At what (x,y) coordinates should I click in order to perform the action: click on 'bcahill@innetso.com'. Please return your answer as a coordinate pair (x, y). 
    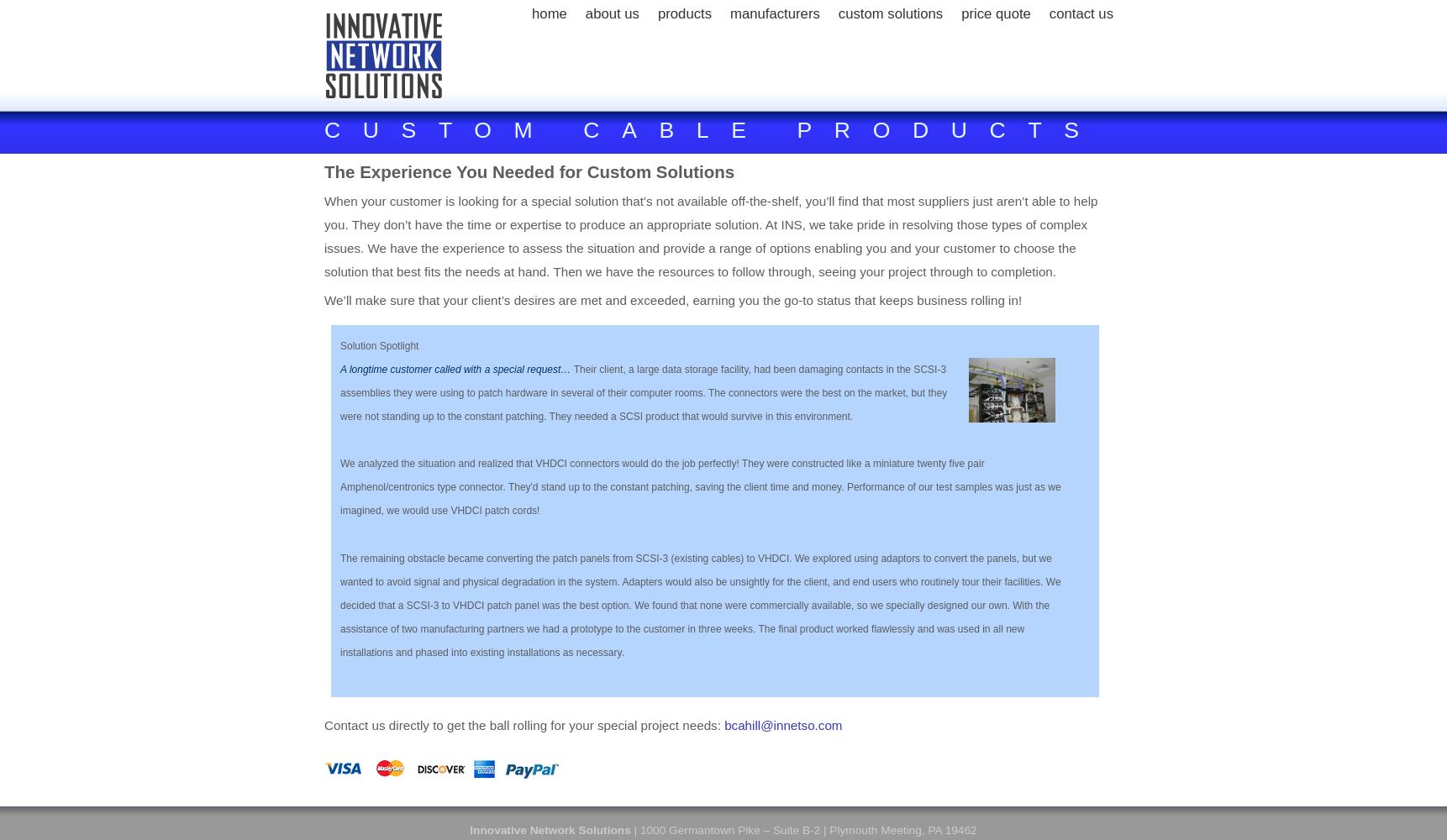
    Looking at the image, I should click on (781, 724).